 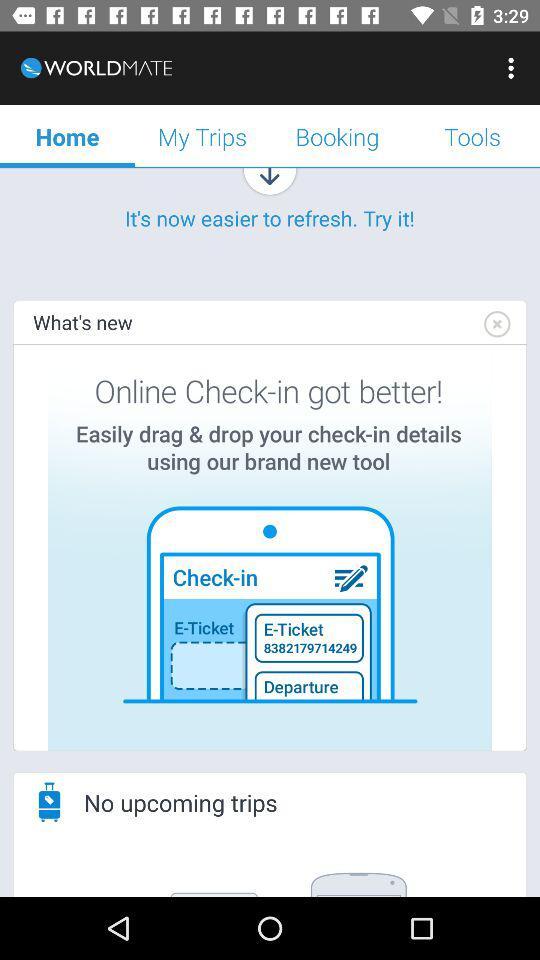 What do you see at coordinates (270, 547) in the screenshot?
I see `item above no upcoming trips icon` at bounding box center [270, 547].